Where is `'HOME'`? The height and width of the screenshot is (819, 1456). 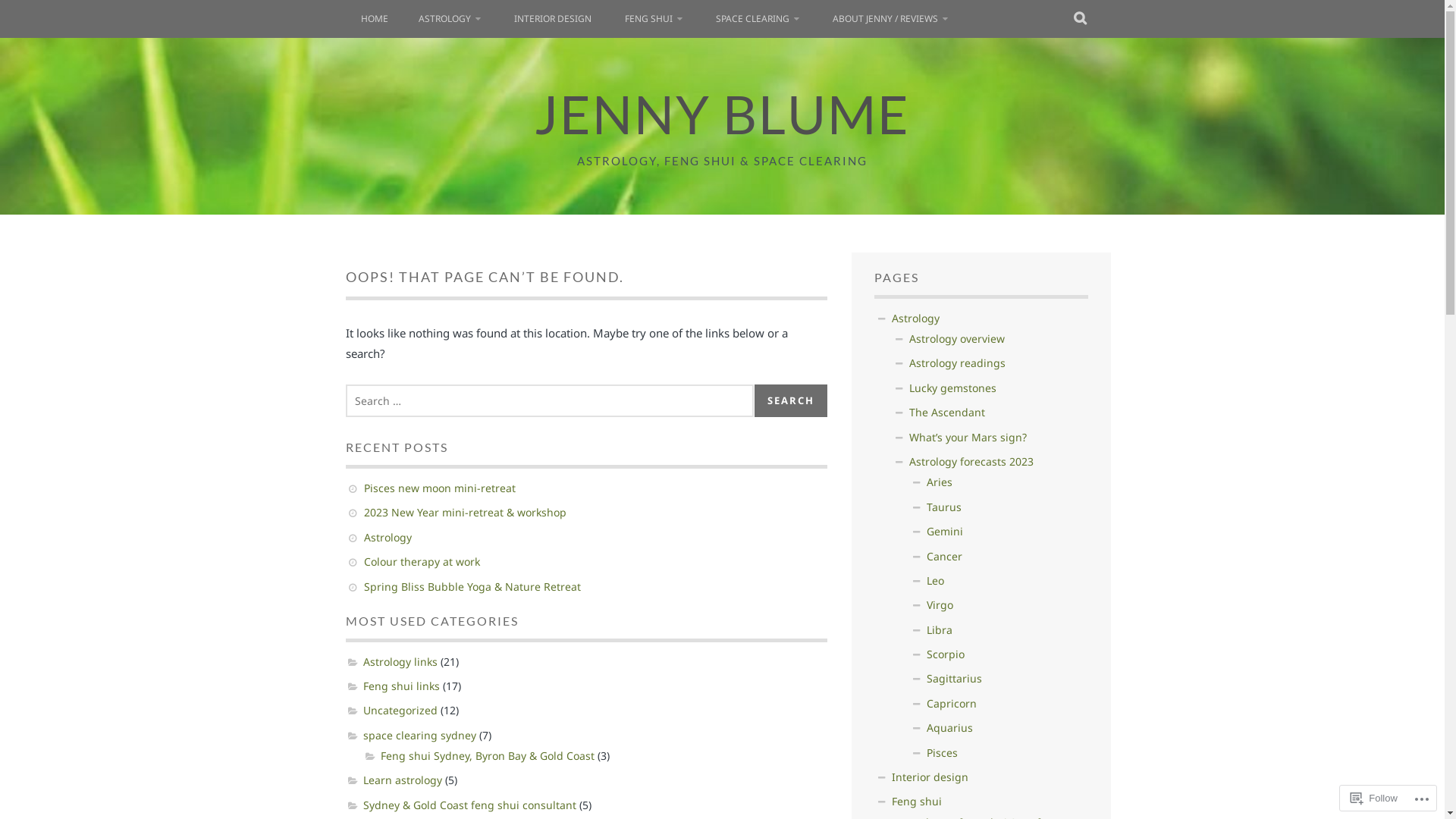 'HOME' is located at coordinates (375, 18).